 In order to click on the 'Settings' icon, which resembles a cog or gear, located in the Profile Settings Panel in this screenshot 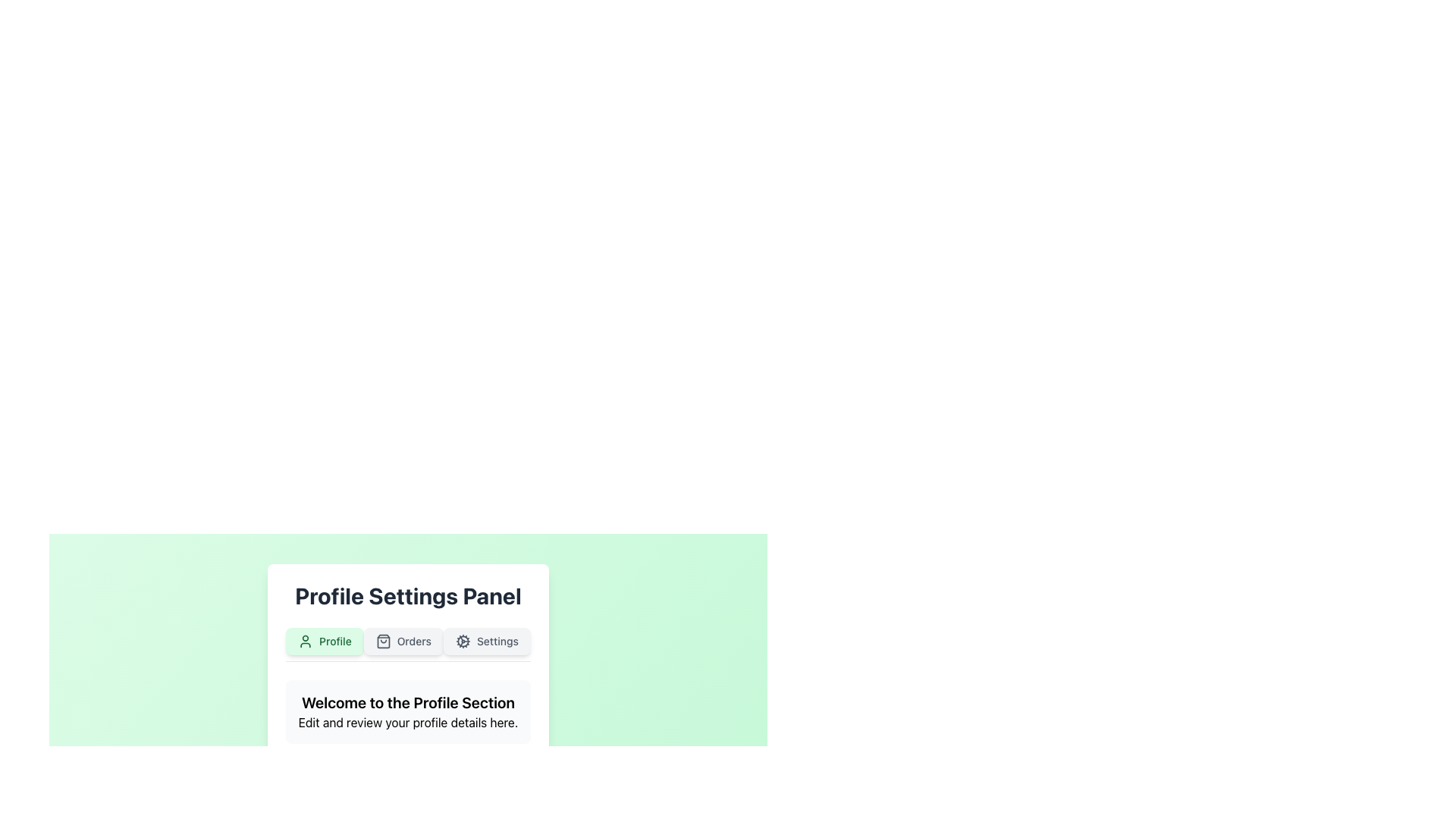, I will do `click(462, 641)`.